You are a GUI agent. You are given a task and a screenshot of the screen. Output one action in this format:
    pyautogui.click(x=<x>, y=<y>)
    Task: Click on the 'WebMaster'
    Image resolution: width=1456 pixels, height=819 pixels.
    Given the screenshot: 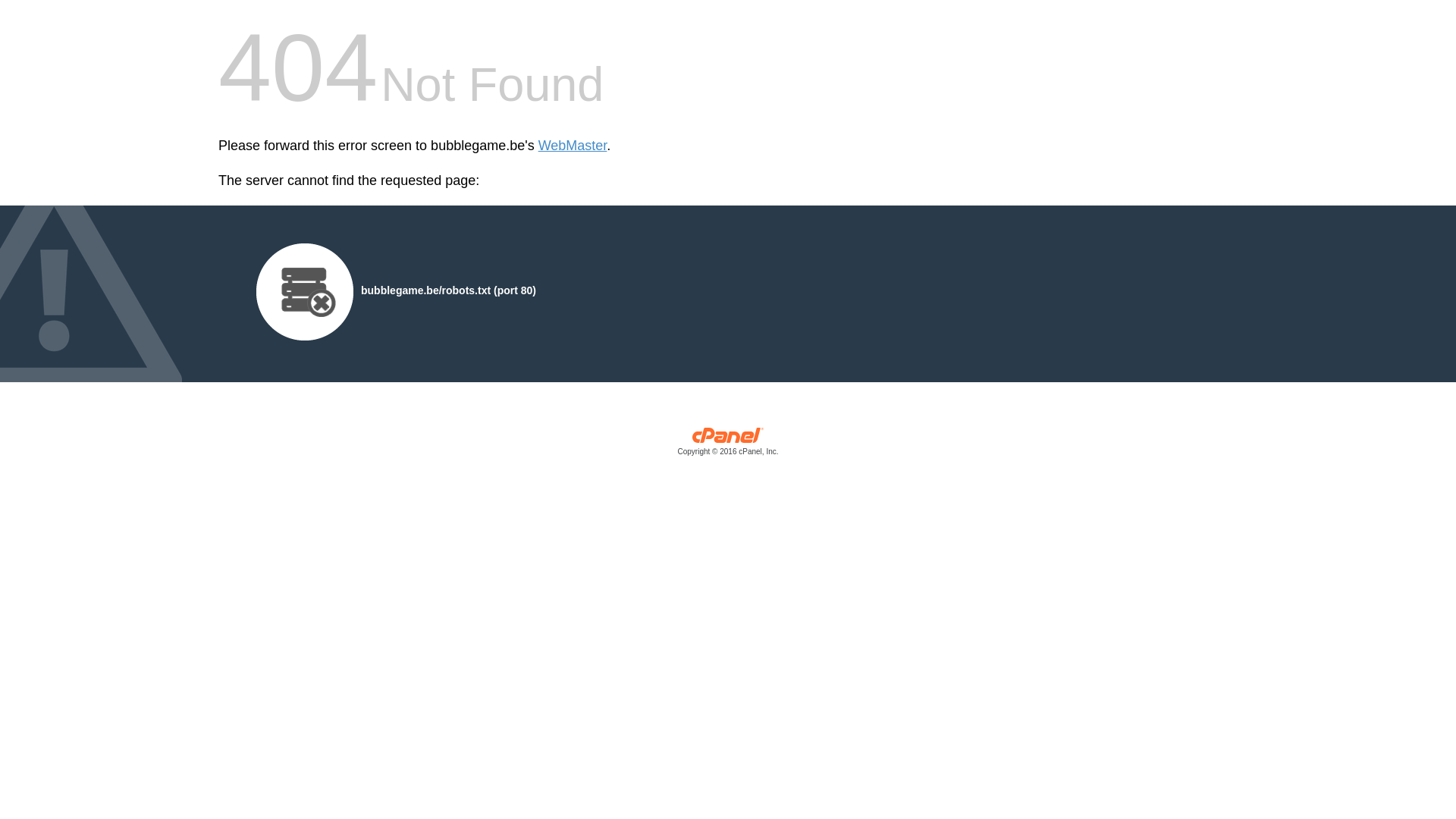 What is the action you would take?
    pyautogui.click(x=572, y=146)
    